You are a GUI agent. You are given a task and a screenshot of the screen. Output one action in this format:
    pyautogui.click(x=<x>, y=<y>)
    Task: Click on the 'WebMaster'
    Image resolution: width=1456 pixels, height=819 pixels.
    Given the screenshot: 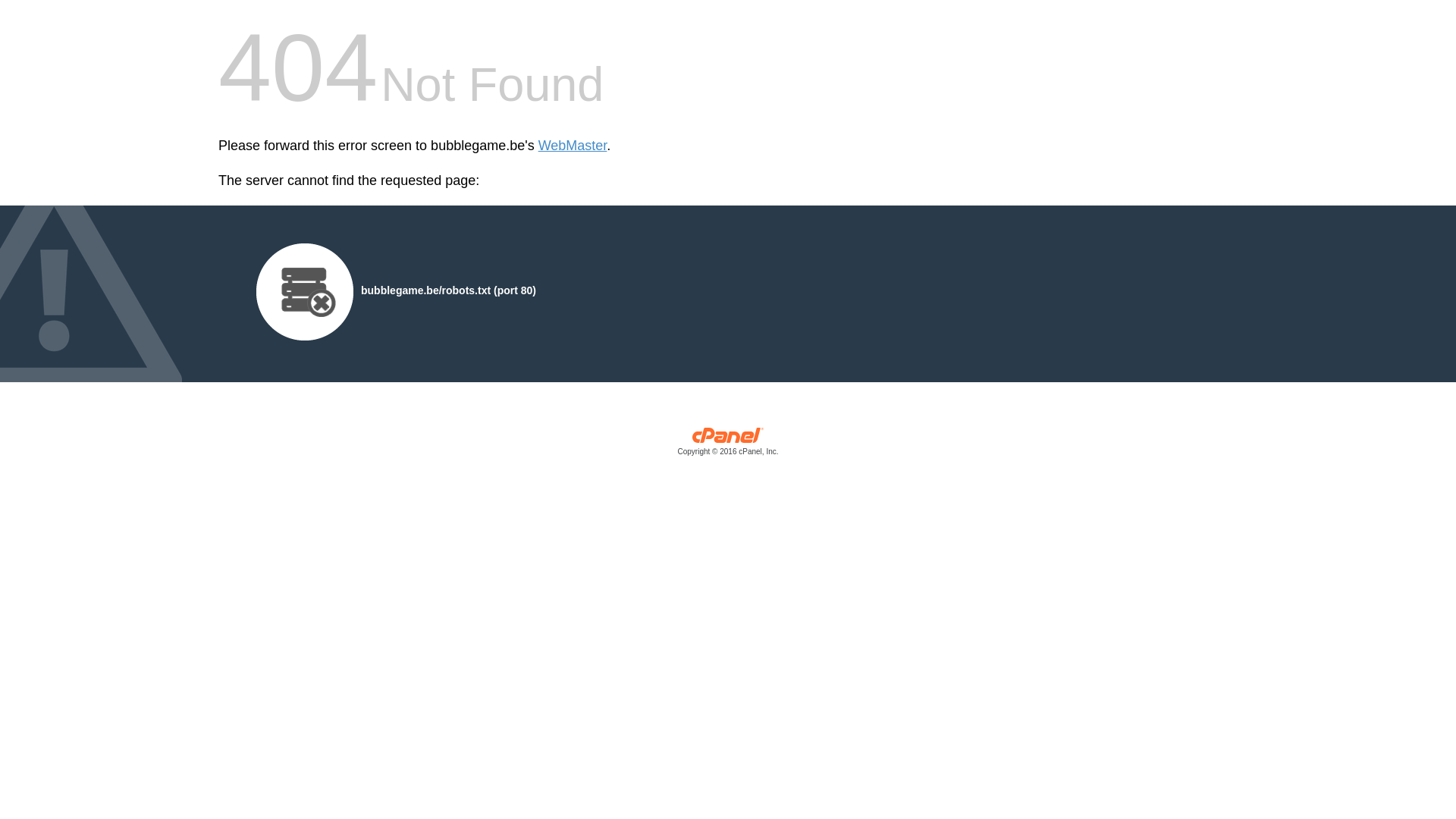 What is the action you would take?
    pyautogui.click(x=572, y=146)
    